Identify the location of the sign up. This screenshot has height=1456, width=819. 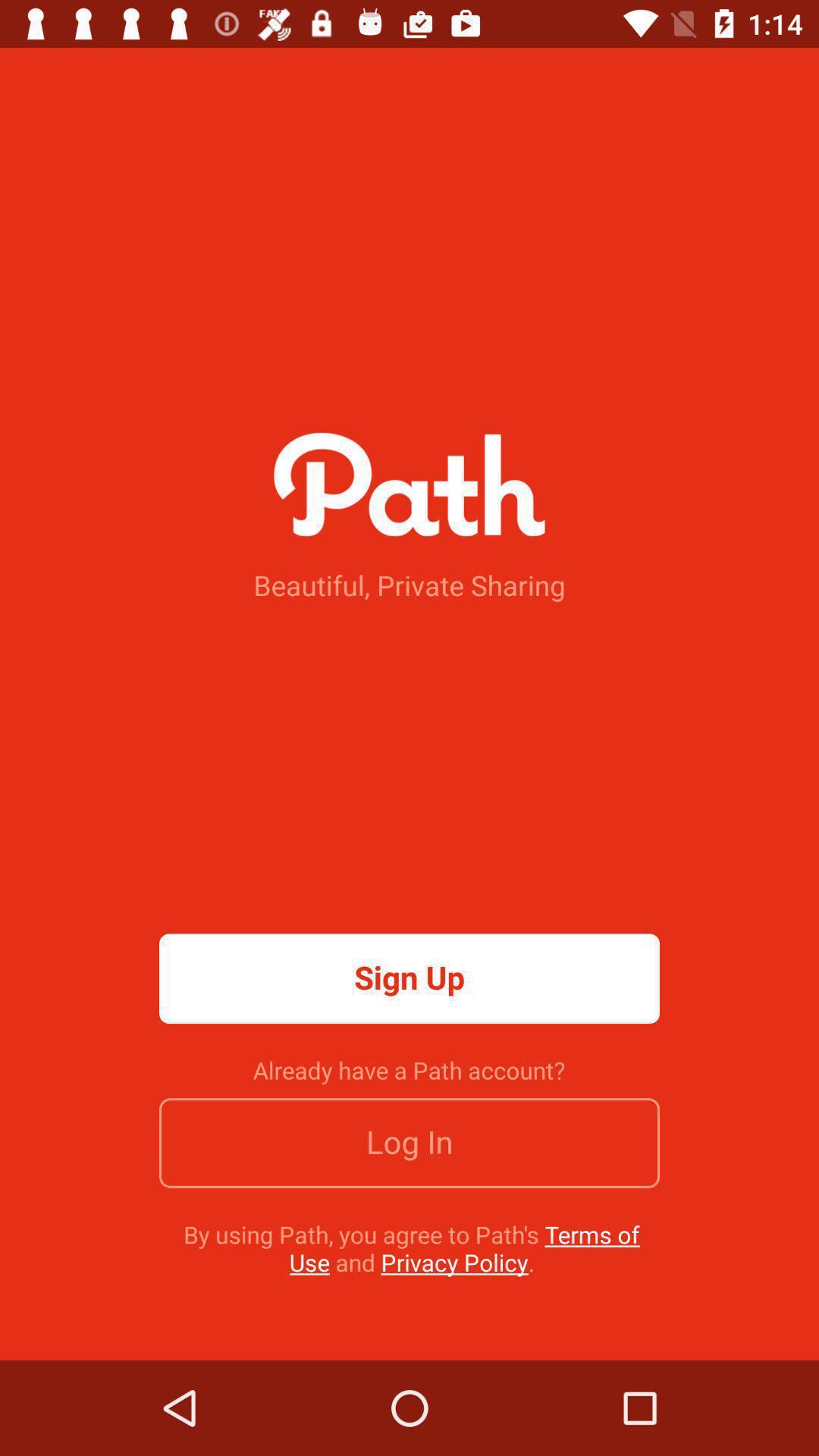
(409, 978).